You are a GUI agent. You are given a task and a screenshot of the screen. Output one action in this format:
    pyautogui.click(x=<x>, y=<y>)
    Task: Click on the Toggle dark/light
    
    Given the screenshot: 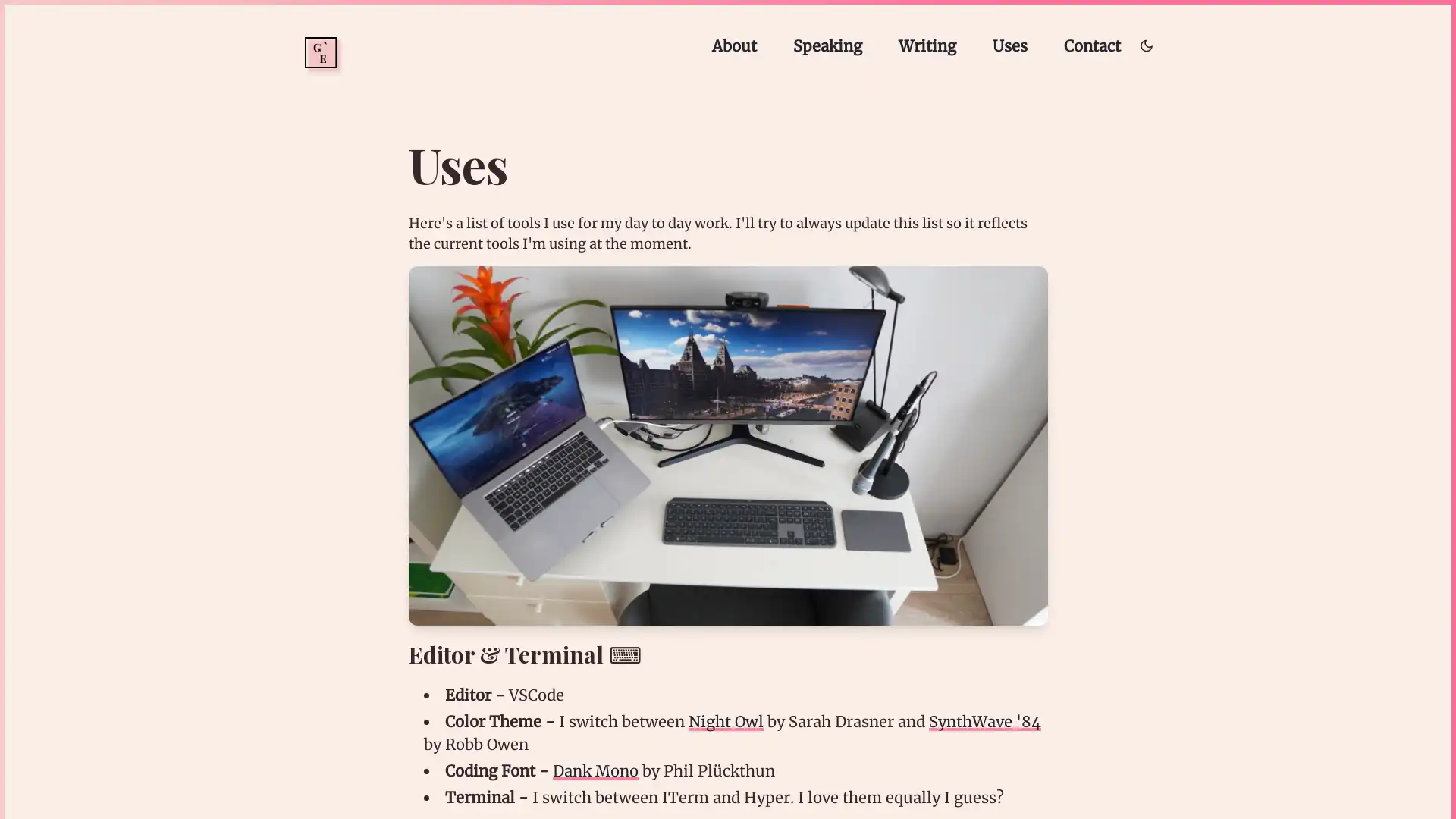 What is the action you would take?
    pyautogui.click(x=1147, y=42)
    